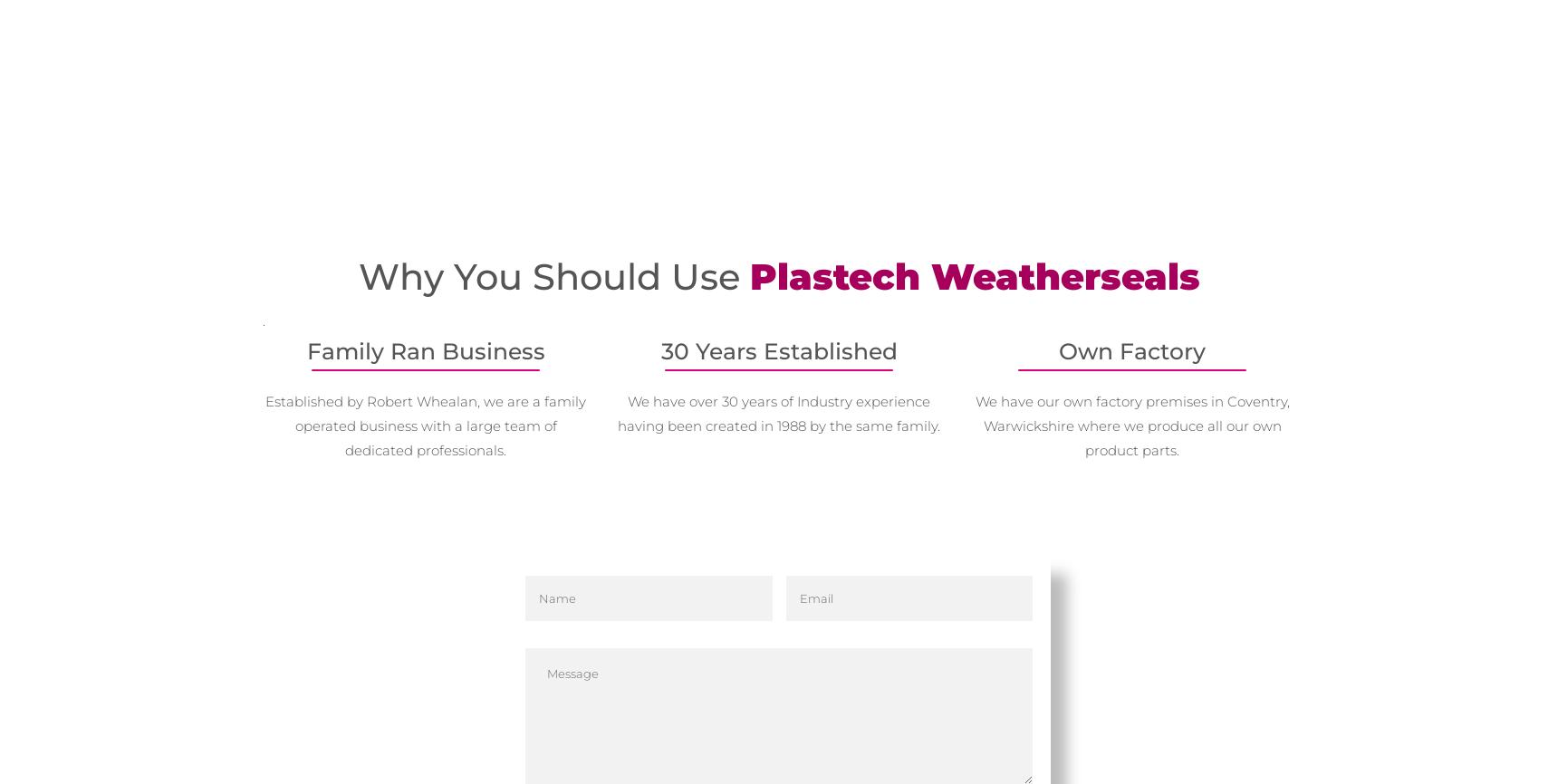  What do you see at coordinates (779, 413) in the screenshot?
I see `'We have over 30 years of Industry experience having been created in 1988 by the same family.'` at bounding box center [779, 413].